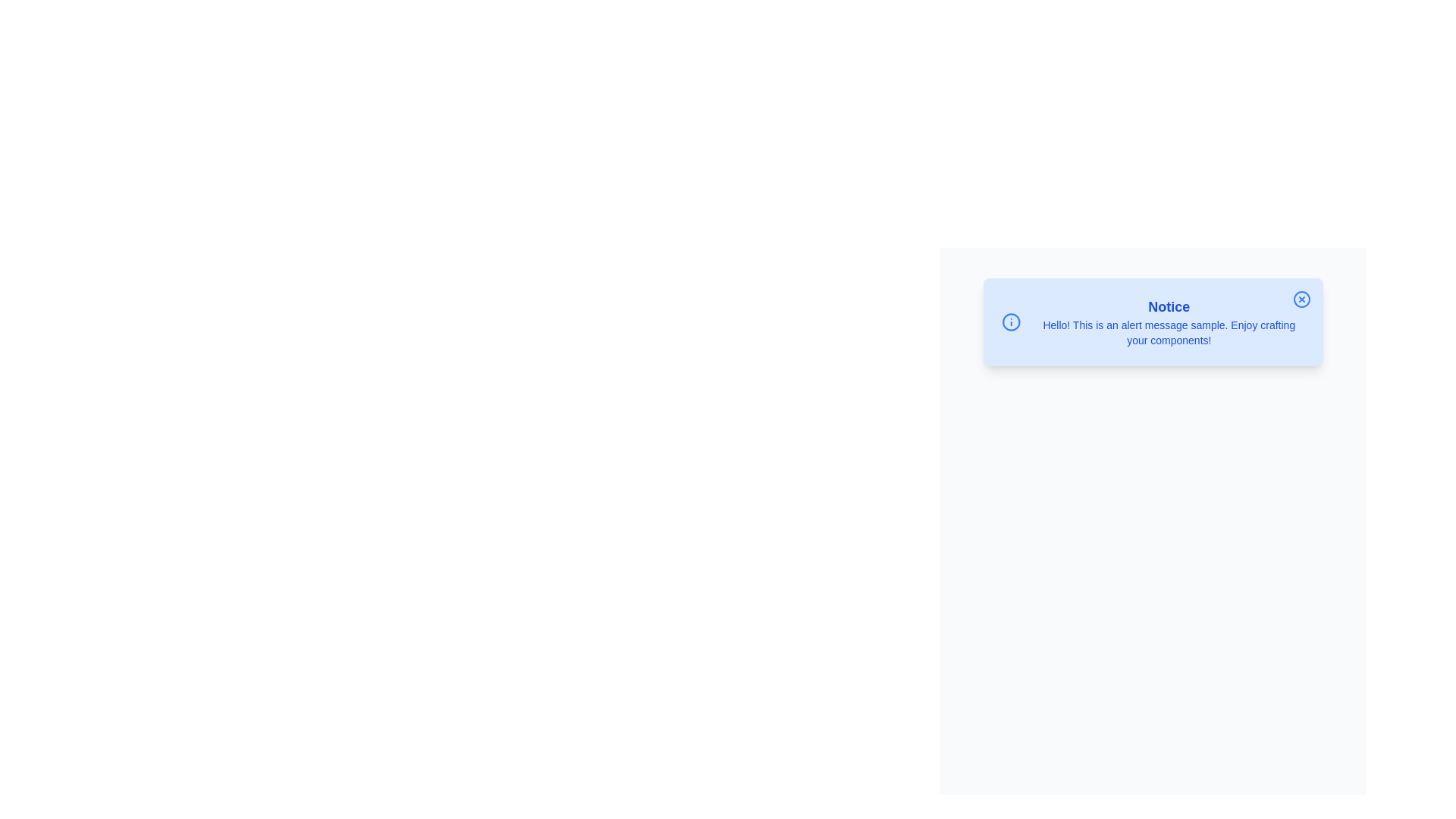 The image size is (1456, 819). Describe the element at coordinates (1011, 321) in the screenshot. I see `the circular blue icon with two vertical dots, which is positioned to the left of the notification message titled 'Notice'` at that location.